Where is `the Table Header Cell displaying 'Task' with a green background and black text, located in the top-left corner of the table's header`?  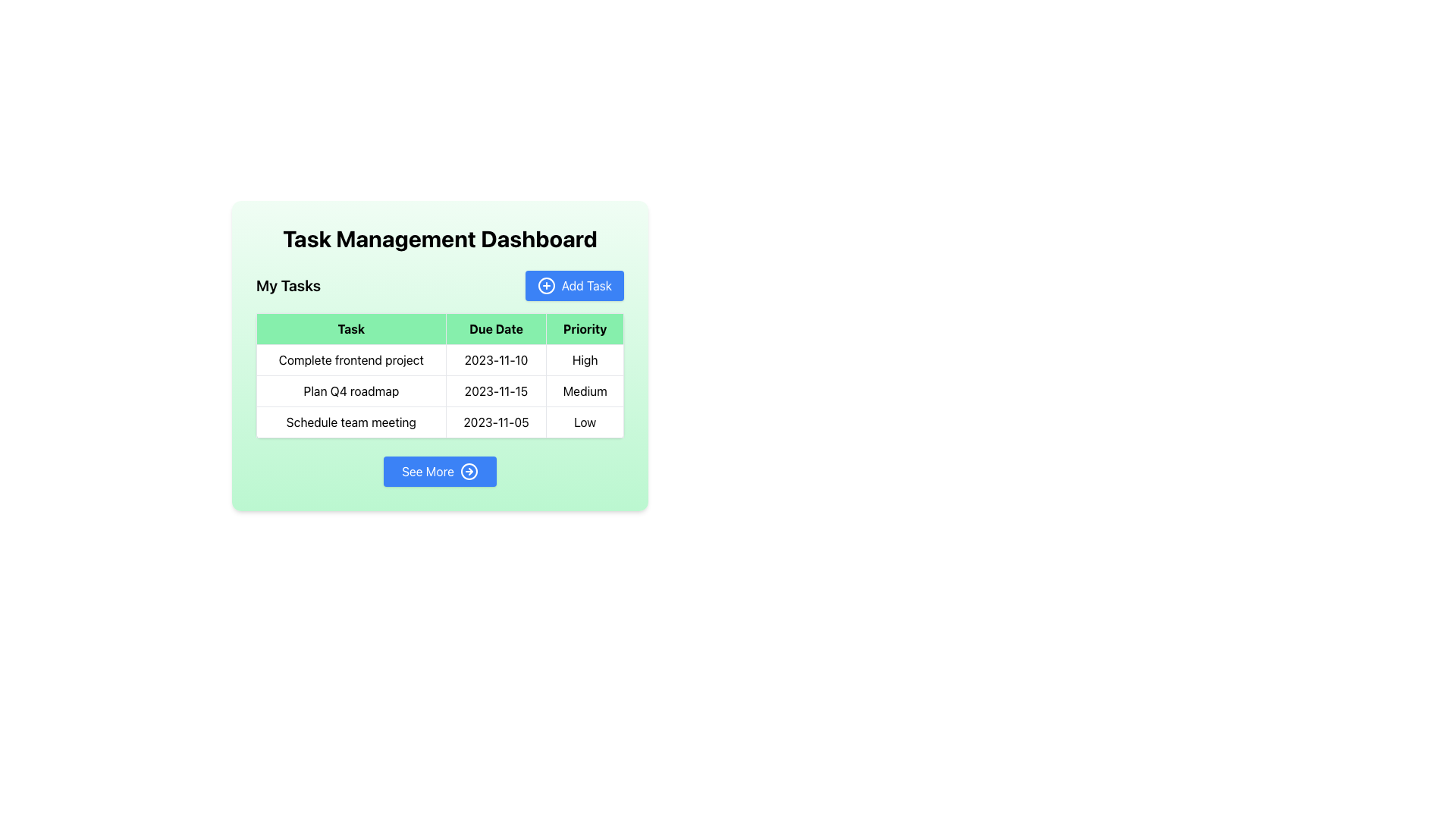 the Table Header Cell displaying 'Task' with a green background and black text, located in the top-left corner of the table's header is located at coordinates (350, 328).